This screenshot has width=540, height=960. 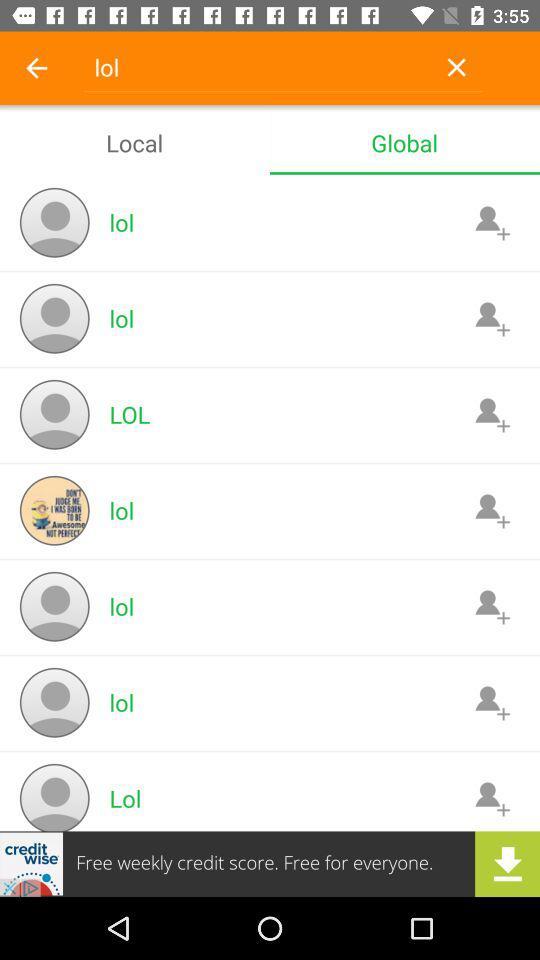 I want to click on contact icon, so click(x=491, y=702).